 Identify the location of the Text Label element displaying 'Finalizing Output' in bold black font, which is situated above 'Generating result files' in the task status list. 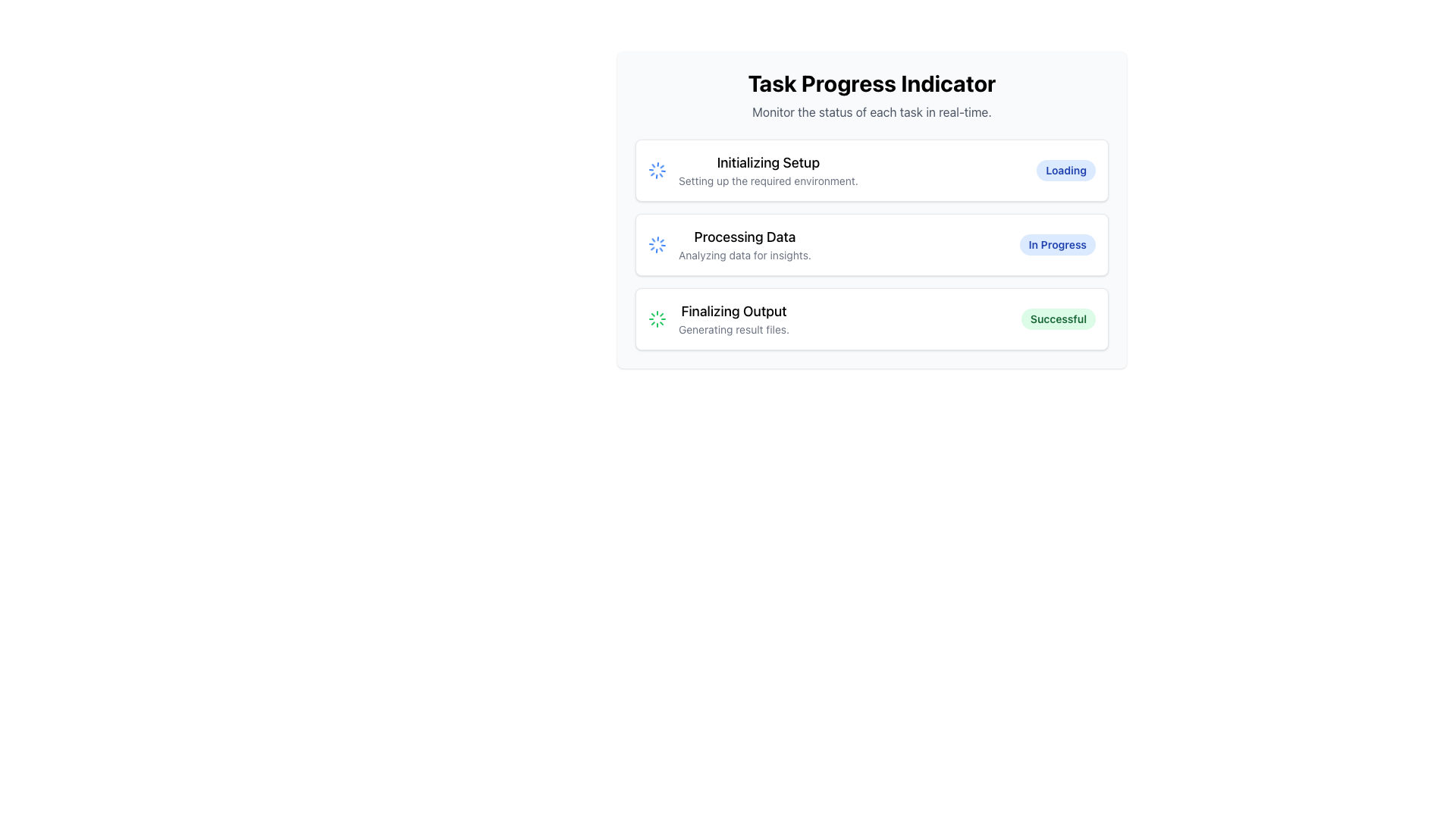
(734, 311).